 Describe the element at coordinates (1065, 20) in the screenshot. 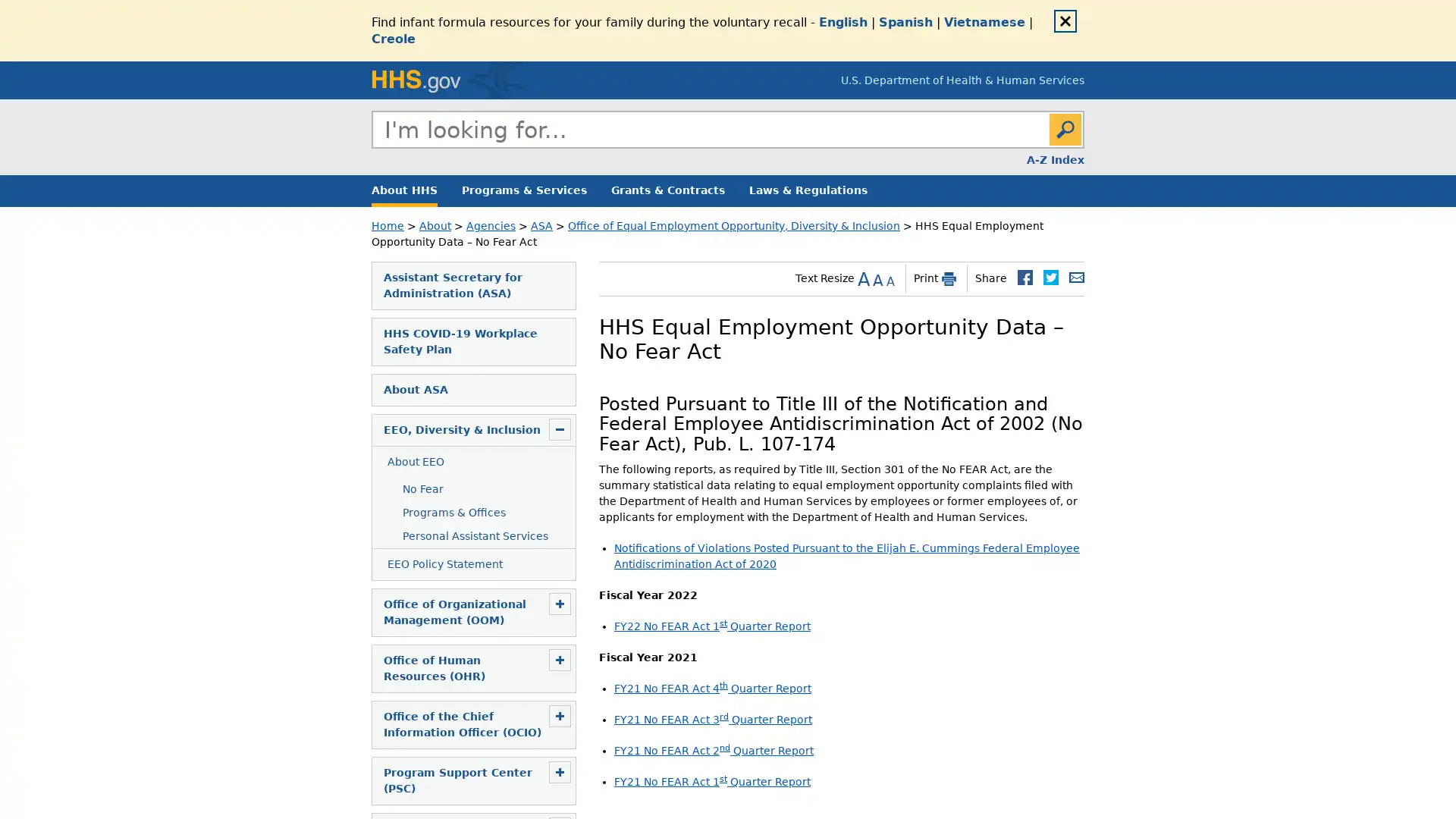

I see `Close` at that location.